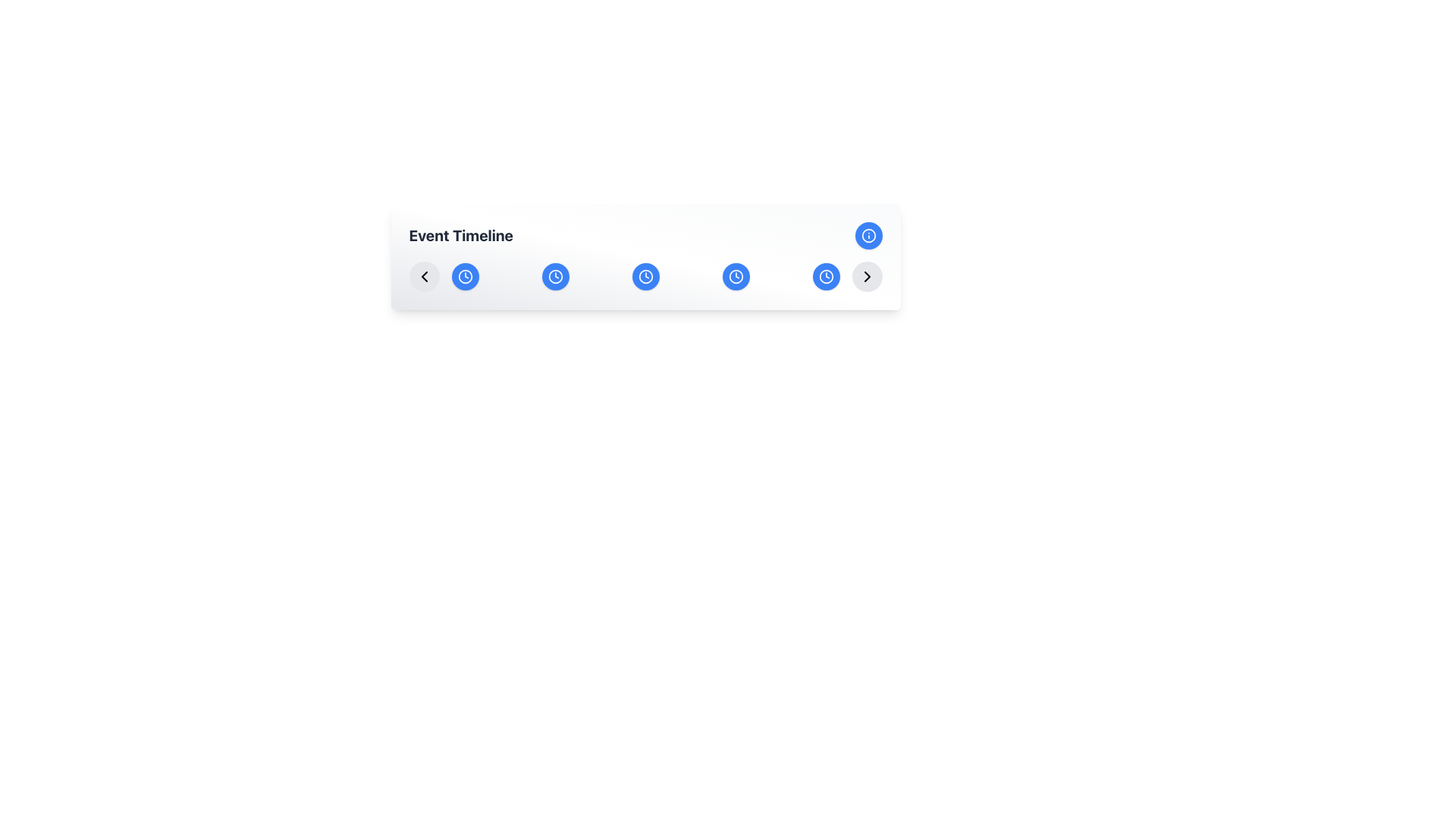  What do you see at coordinates (825, 277) in the screenshot?
I see `the circular blue icon with a white clock symbol` at bounding box center [825, 277].